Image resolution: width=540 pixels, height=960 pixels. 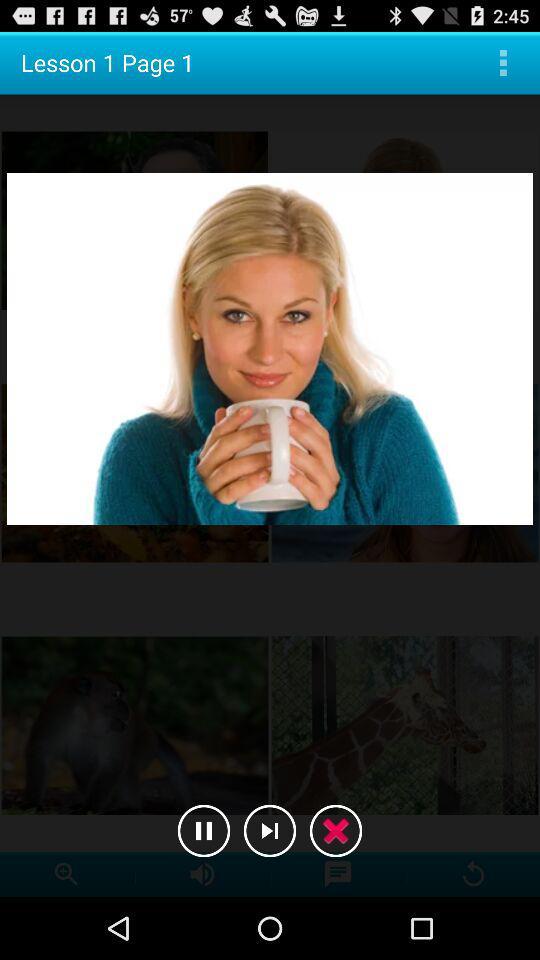 I want to click on the close icon, so click(x=335, y=888).